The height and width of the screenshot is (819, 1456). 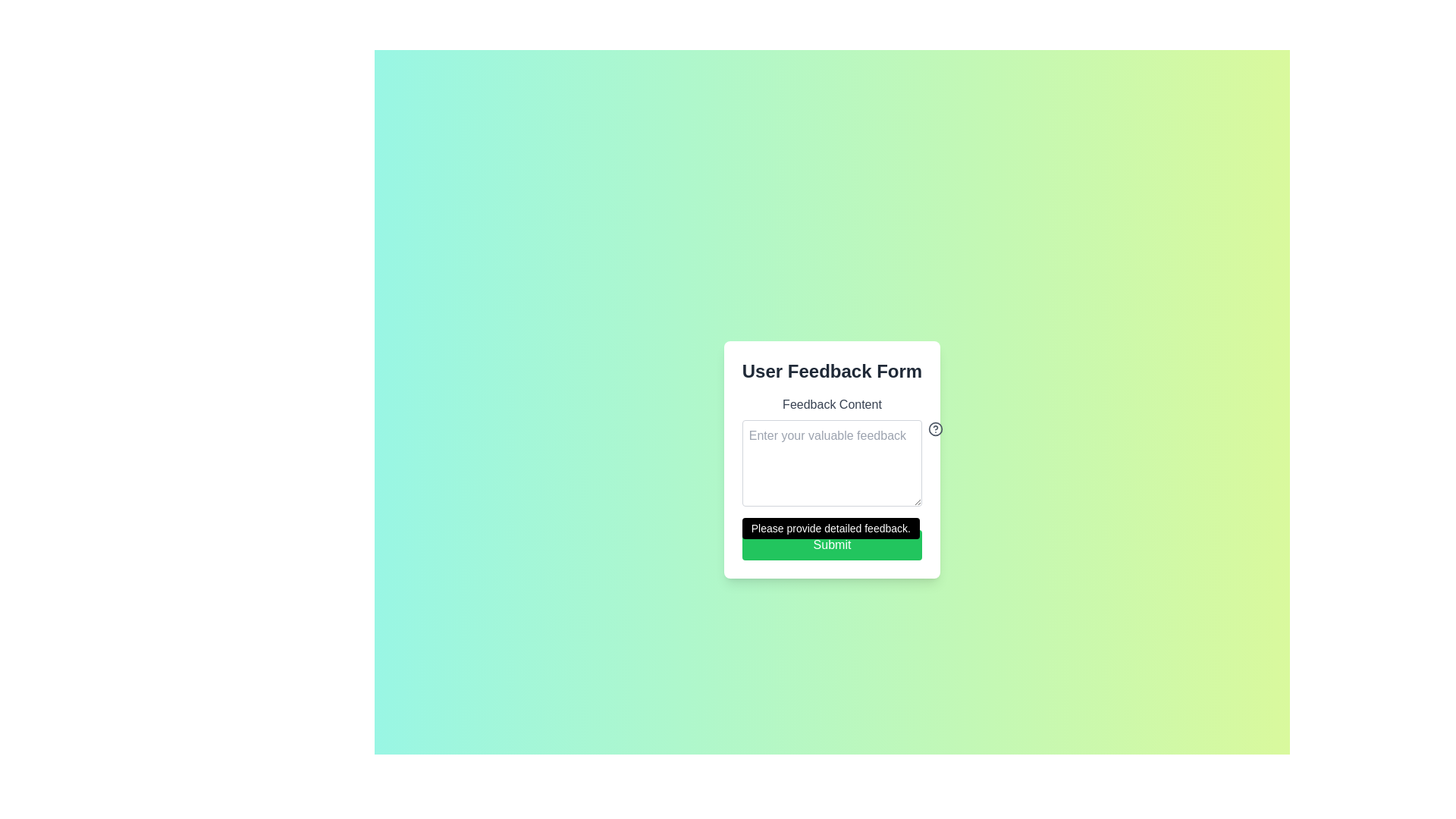 What do you see at coordinates (831, 371) in the screenshot?
I see `the 'User Feedback Form' text label, which is a bold, larger heading in dark color located at the top of the feedback form interface` at bounding box center [831, 371].